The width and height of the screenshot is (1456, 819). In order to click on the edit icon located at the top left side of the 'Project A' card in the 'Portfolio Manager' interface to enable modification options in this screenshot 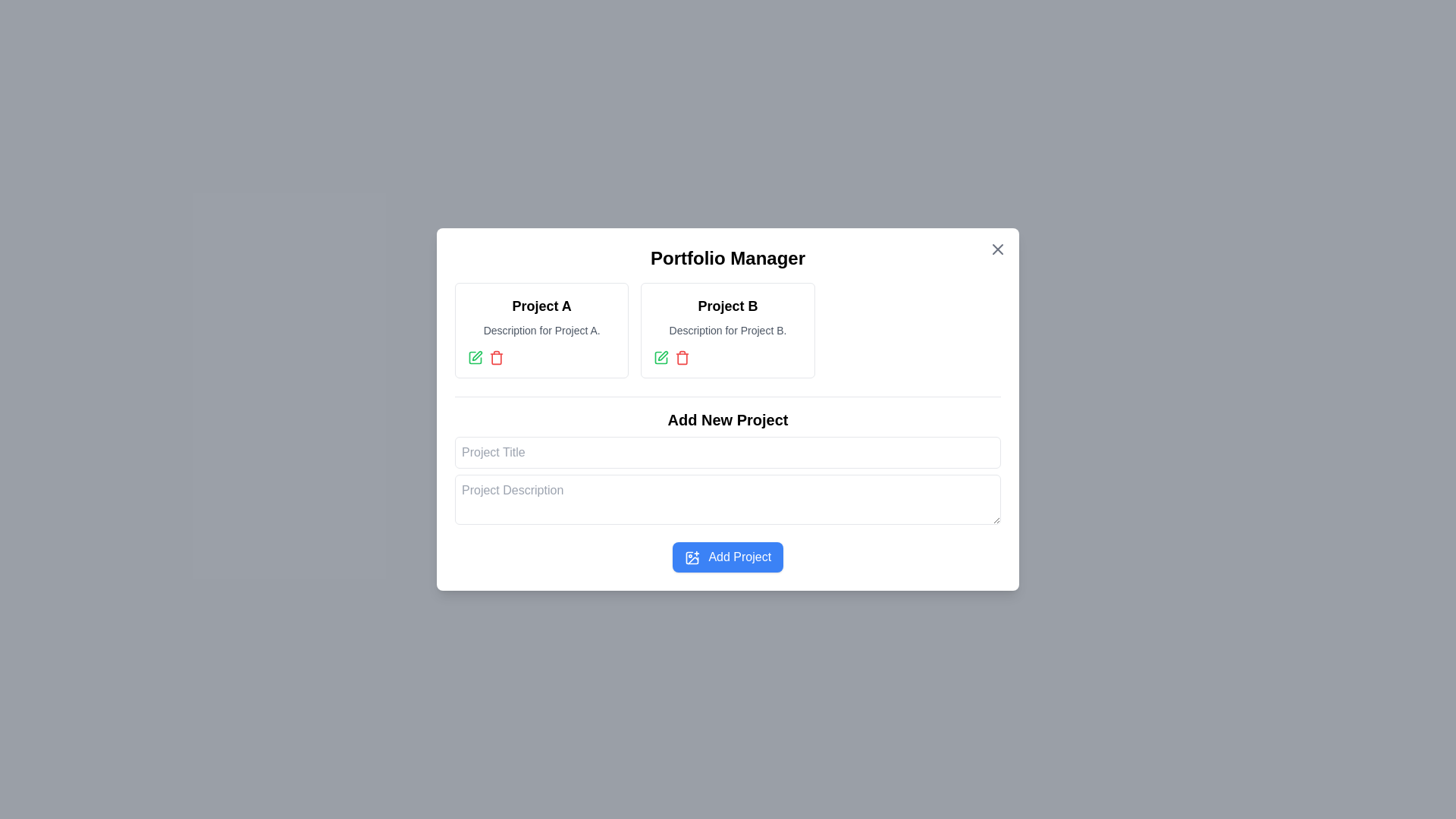, I will do `click(661, 357)`.